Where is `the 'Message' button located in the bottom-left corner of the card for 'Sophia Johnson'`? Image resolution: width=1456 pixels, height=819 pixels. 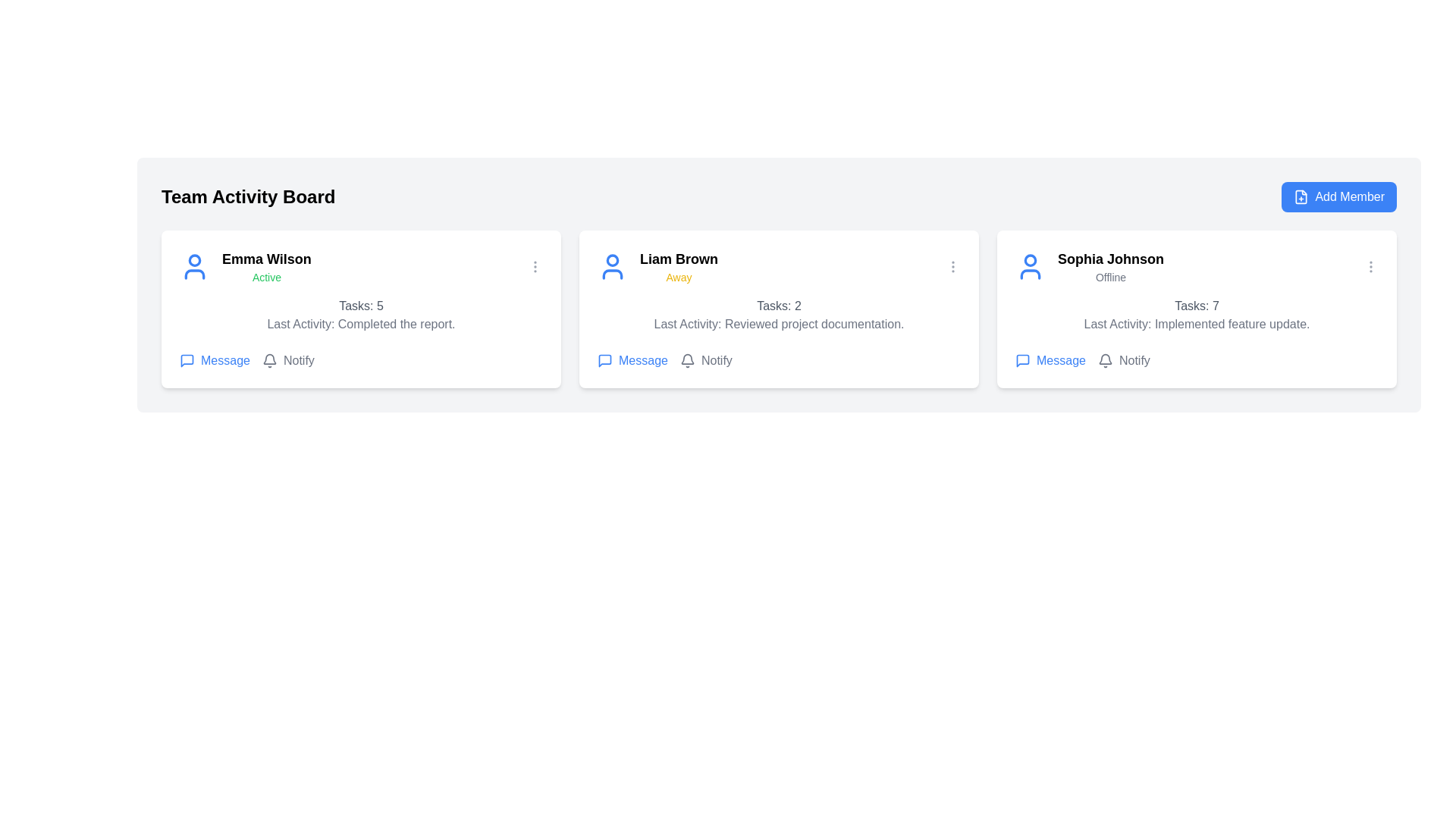 the 'Message' button located in the bottom-left corner of the card for 'Sophia Johnson' is located at coordinates (1050, 360).